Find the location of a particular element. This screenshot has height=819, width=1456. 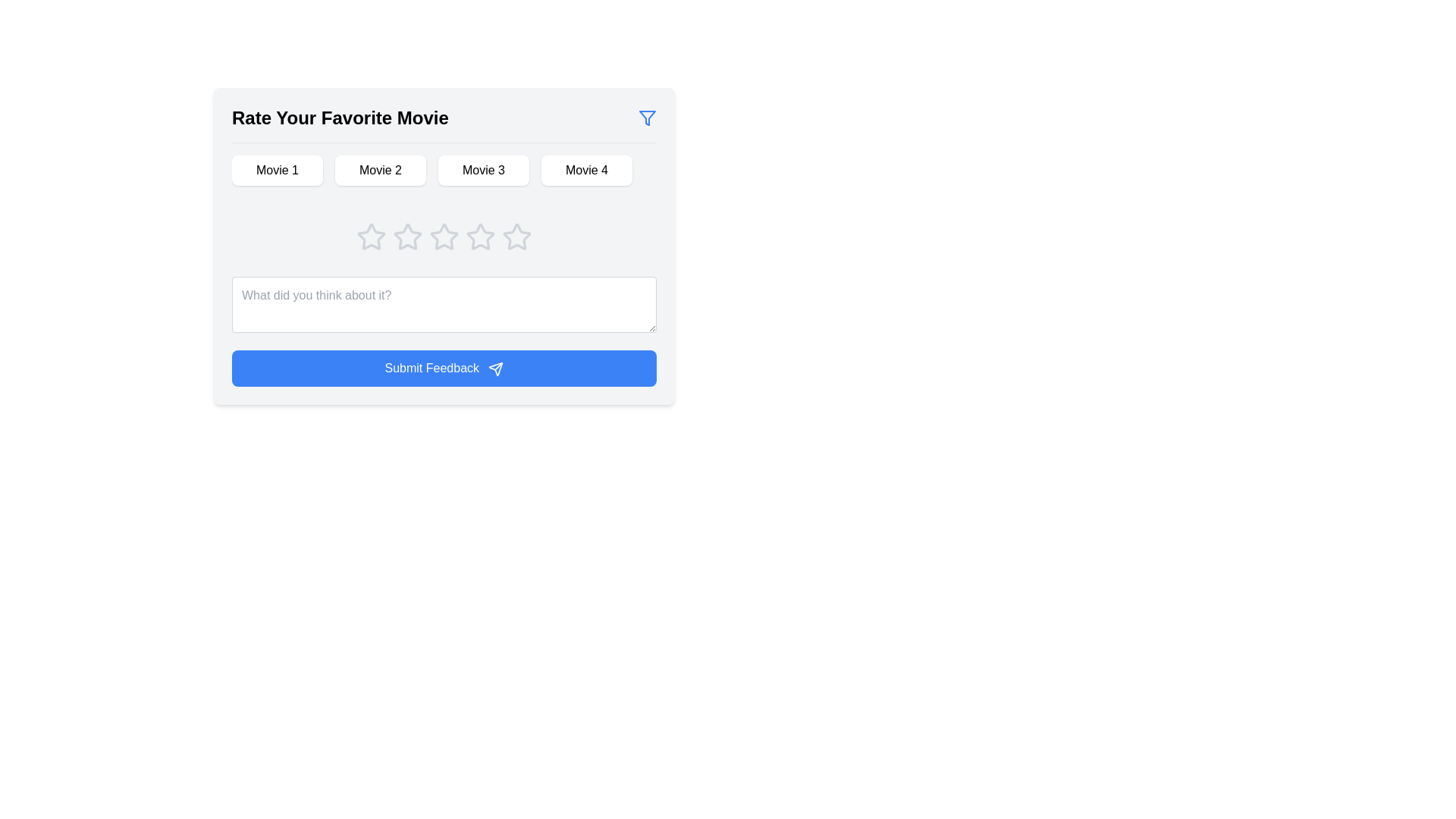

the button for 'Movie 4' located at the top-right part of the layout is located at coordinates (585, 170).